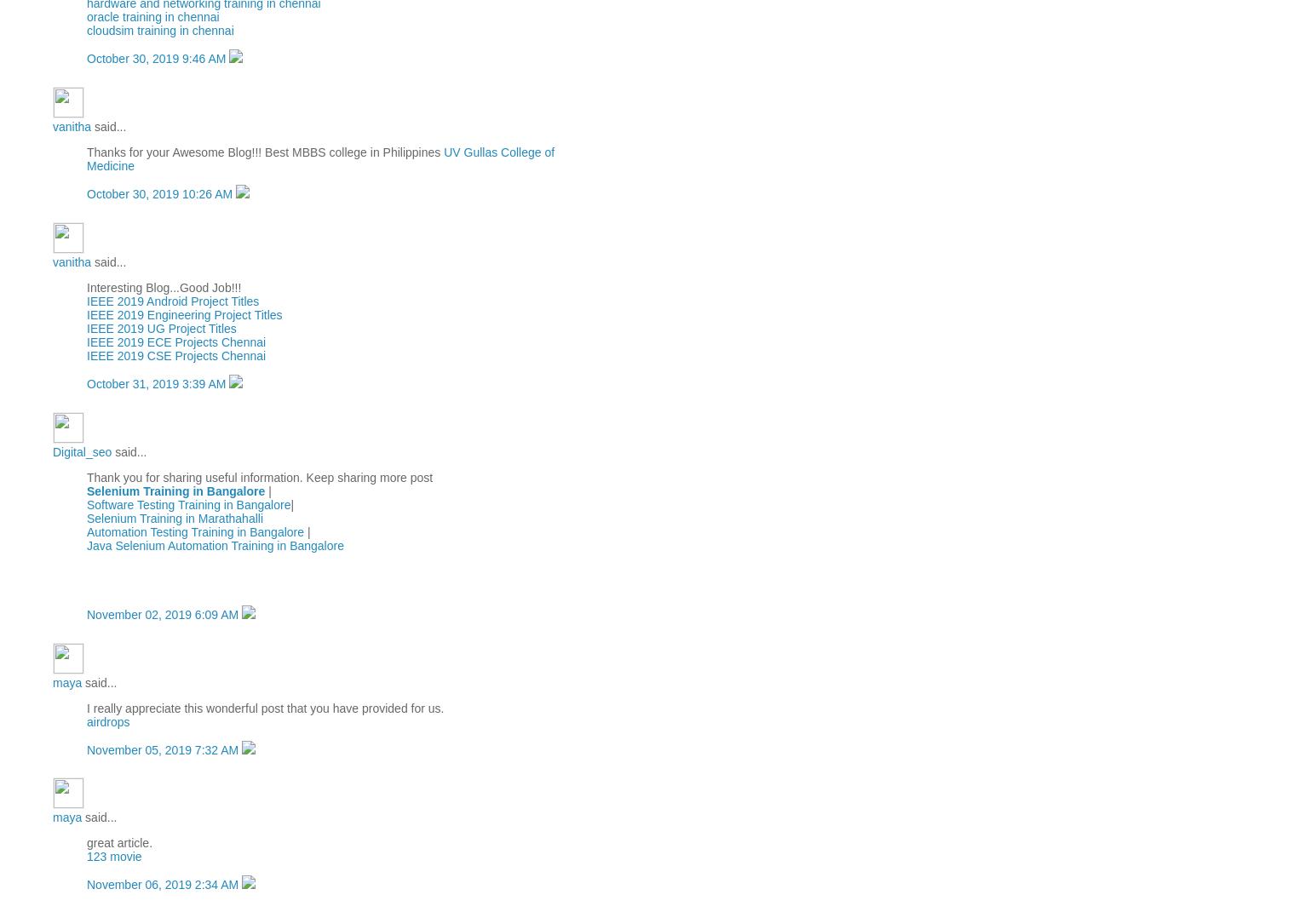  I want to click on 'IEEE 2019 CSE Projects Chennai', so click(176, 355).